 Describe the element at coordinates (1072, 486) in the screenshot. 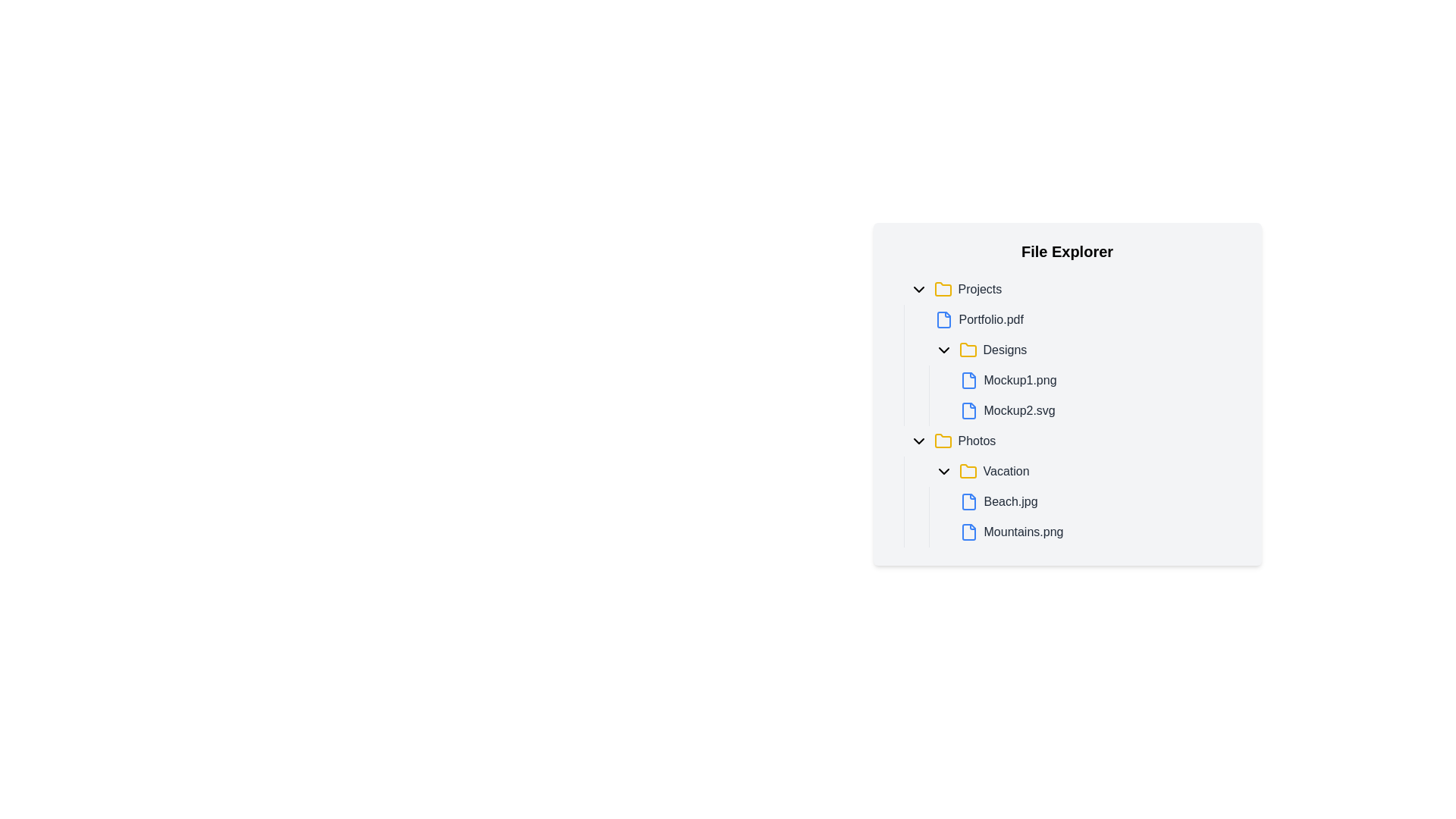

I see `the Structure element displaying folder contents that shows files like 'Beach.jpg' and 'Mountains.png' in the 'Photos' section of the file explorer` at that location.